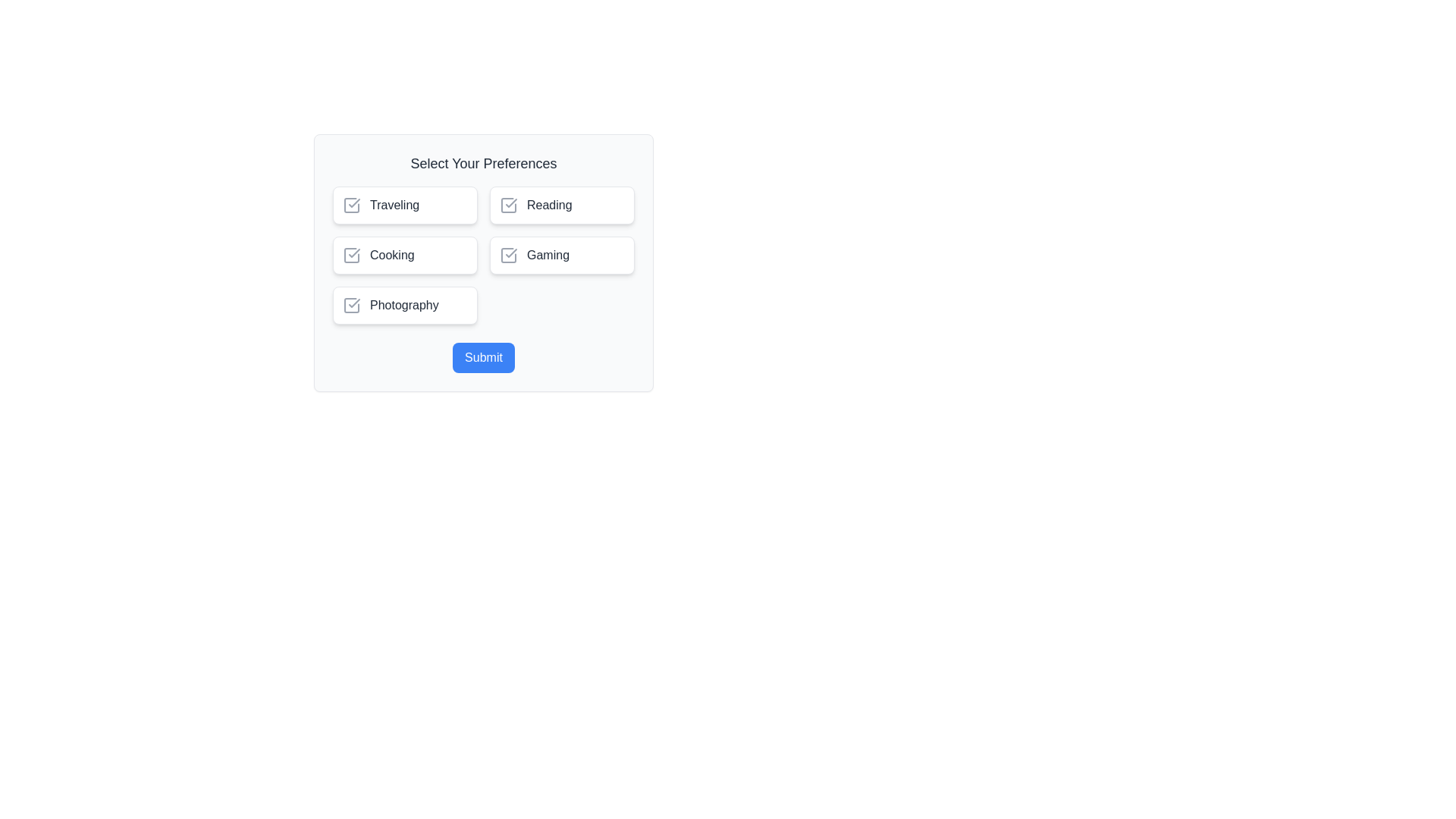 This screenshot has height=819, width=1456. What do you see at coordinates (548, 205) in the screenshot?
I see `the 'Reading' preference label located in the second column of the first row under the 'Select Your Preferences' heading` at bounding box center [548, 205].